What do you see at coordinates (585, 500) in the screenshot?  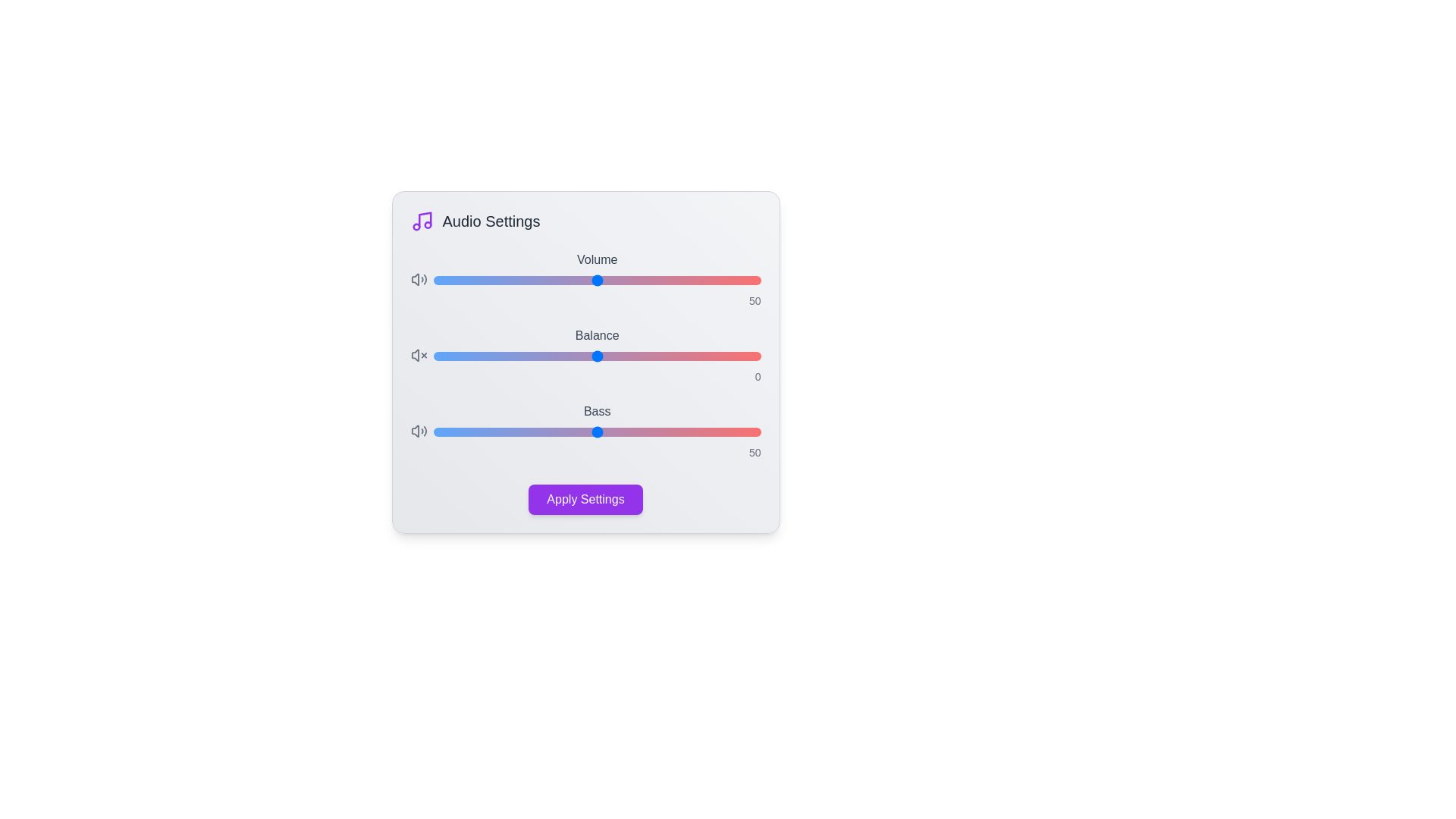 I see `the 'Apply Settings' button` at bounding box center [585, 500].